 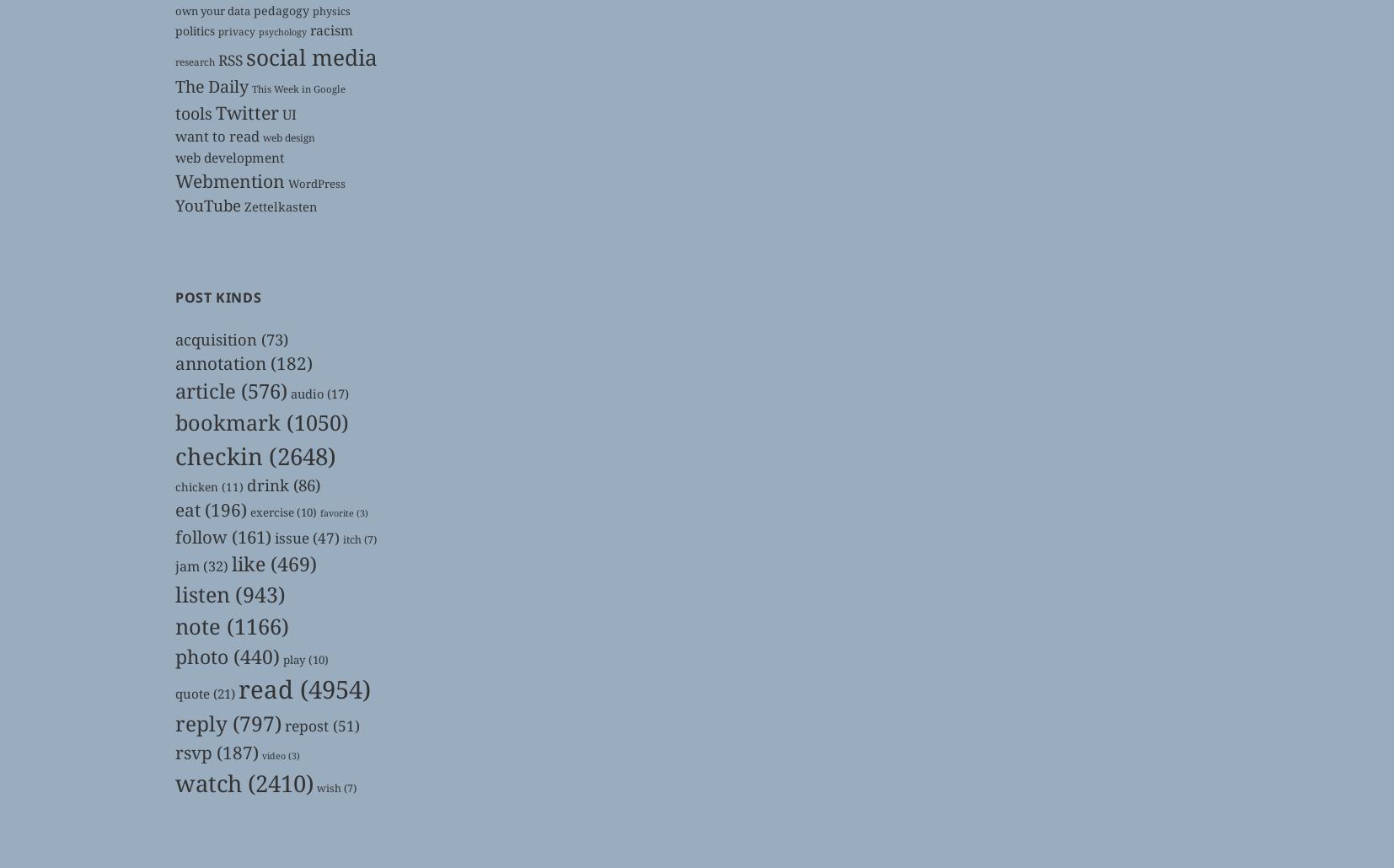 What do you see at coordinates (288, 136) in the screenshot?
I see `'web design'` at bounding box center [288, 136].